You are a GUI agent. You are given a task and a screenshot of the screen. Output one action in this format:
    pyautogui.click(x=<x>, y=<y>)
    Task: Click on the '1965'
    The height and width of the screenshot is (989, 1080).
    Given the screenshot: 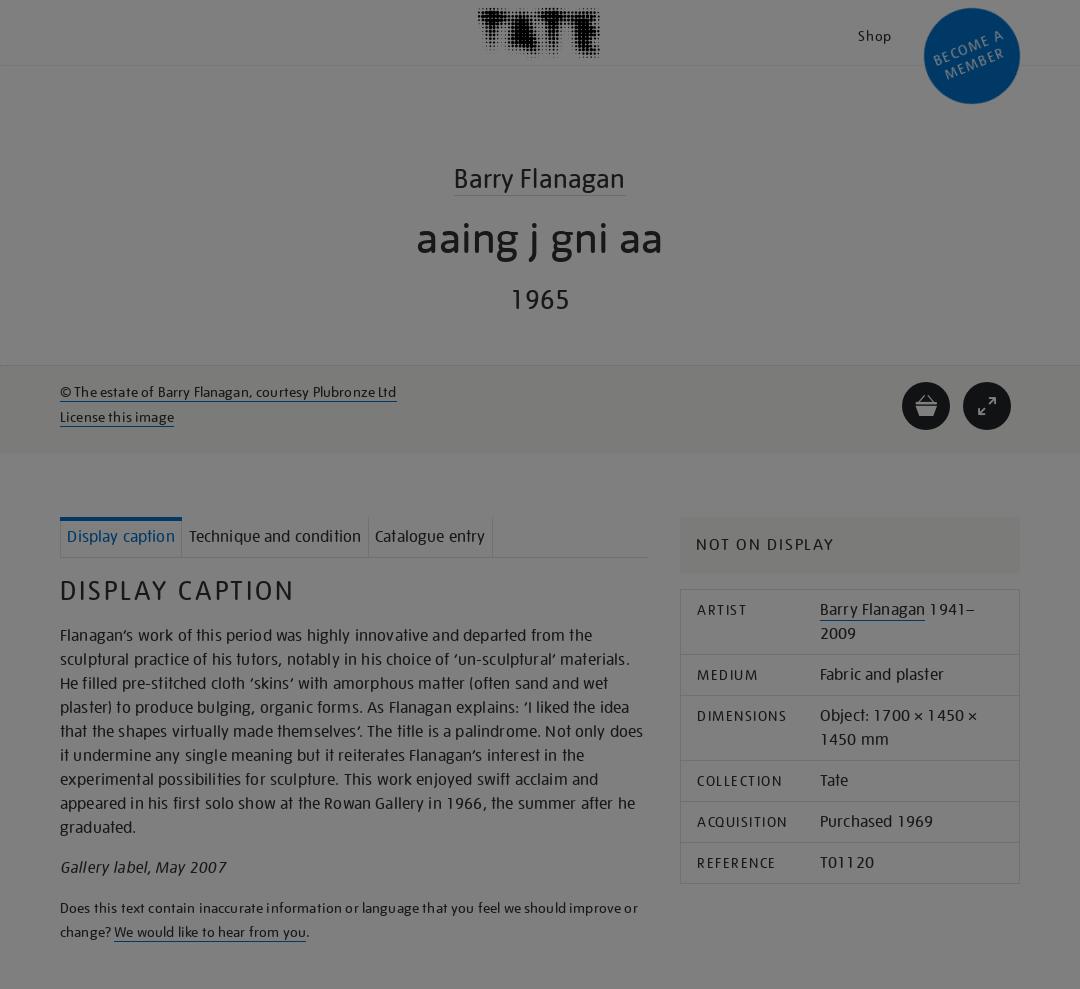 What is the action you would take?
    pyautogui.click(x=538, y=299)
    